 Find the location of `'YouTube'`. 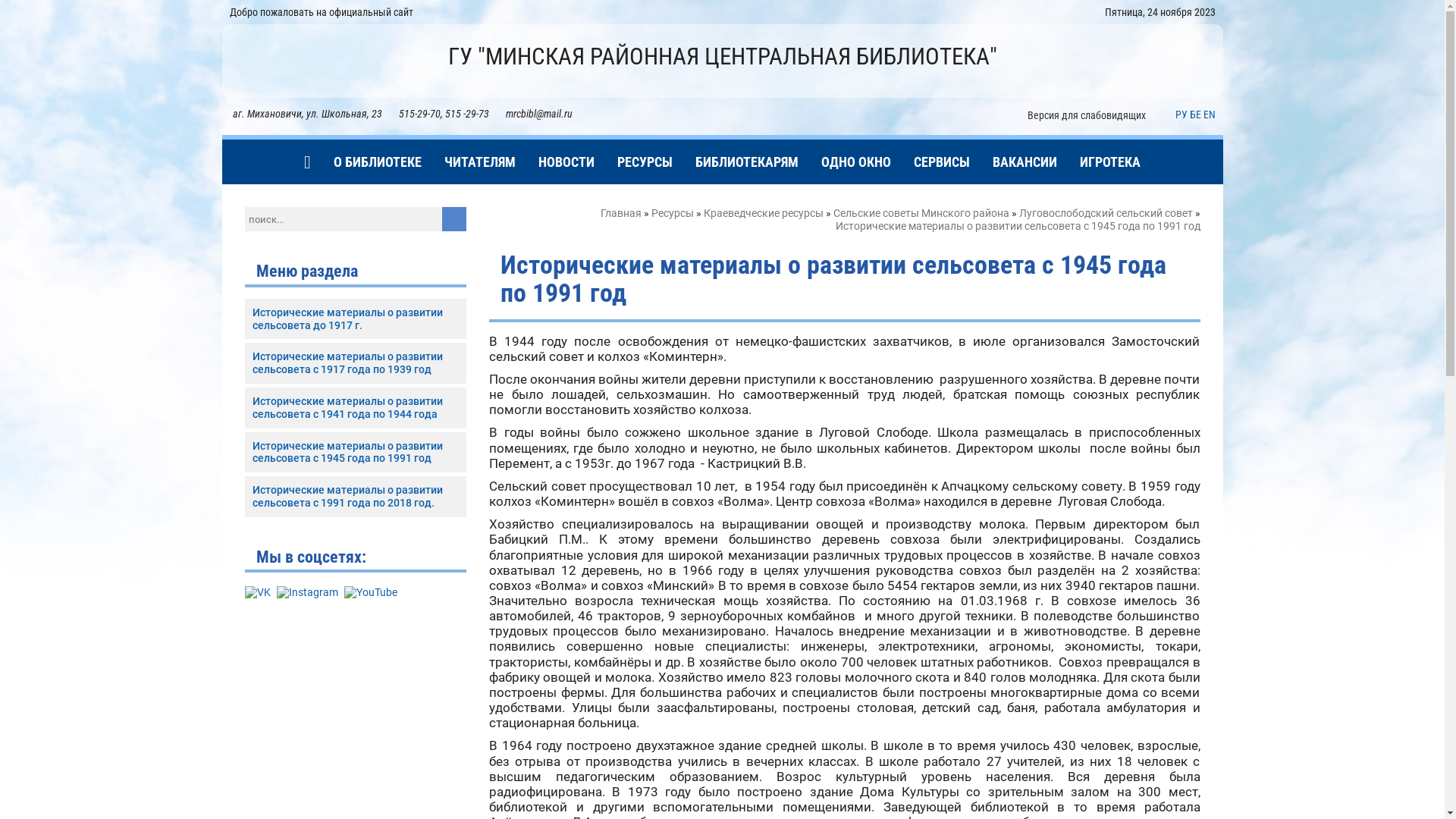

'YouTube' is located at coordinates (344, 591).